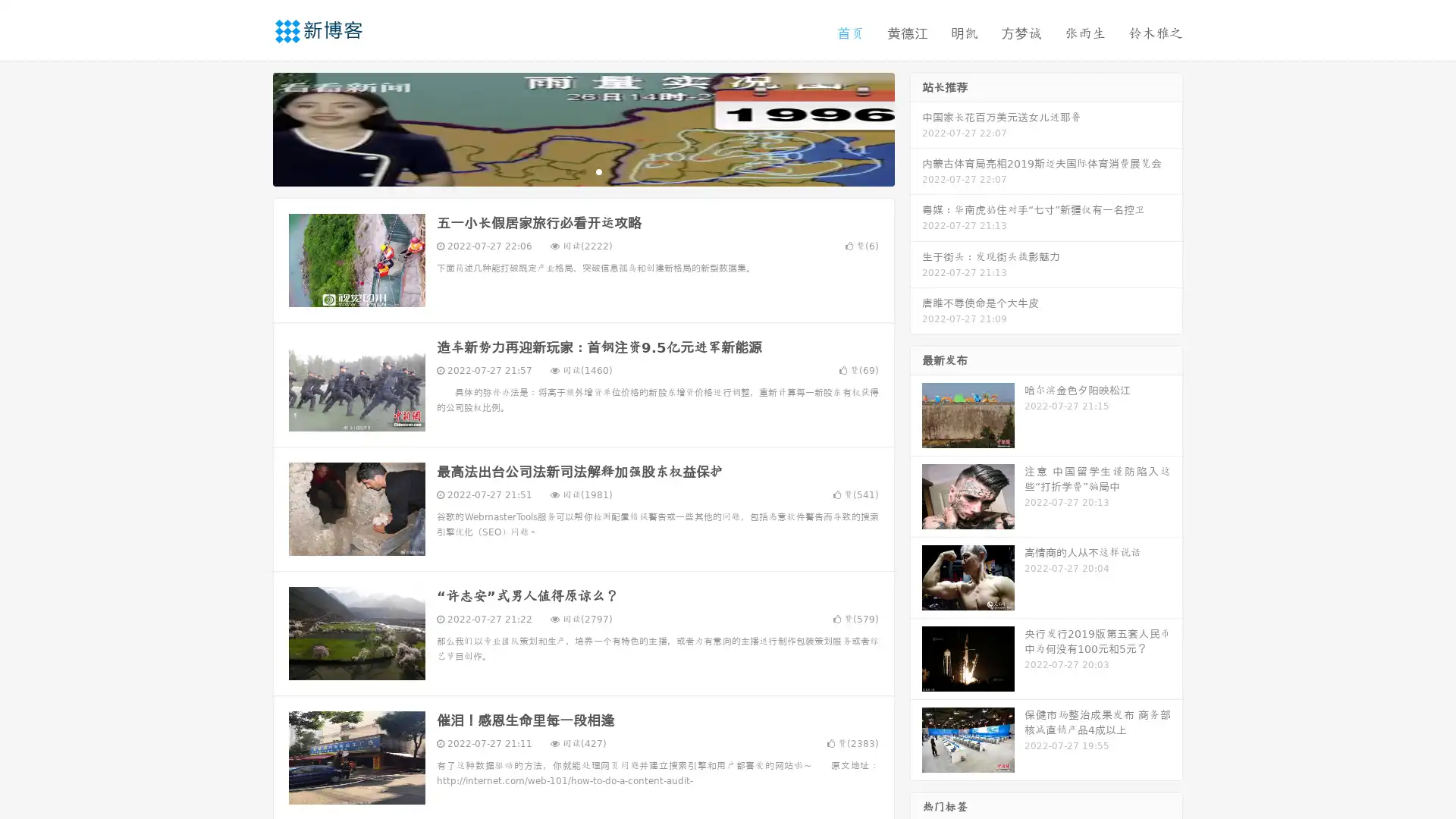 Image resolution: width=1456 pixels, height=819 pixels. What do you see at coordinates (567, 171) in the screenshot?
I see `Go to slide 1` at bounding box center [567, 171].